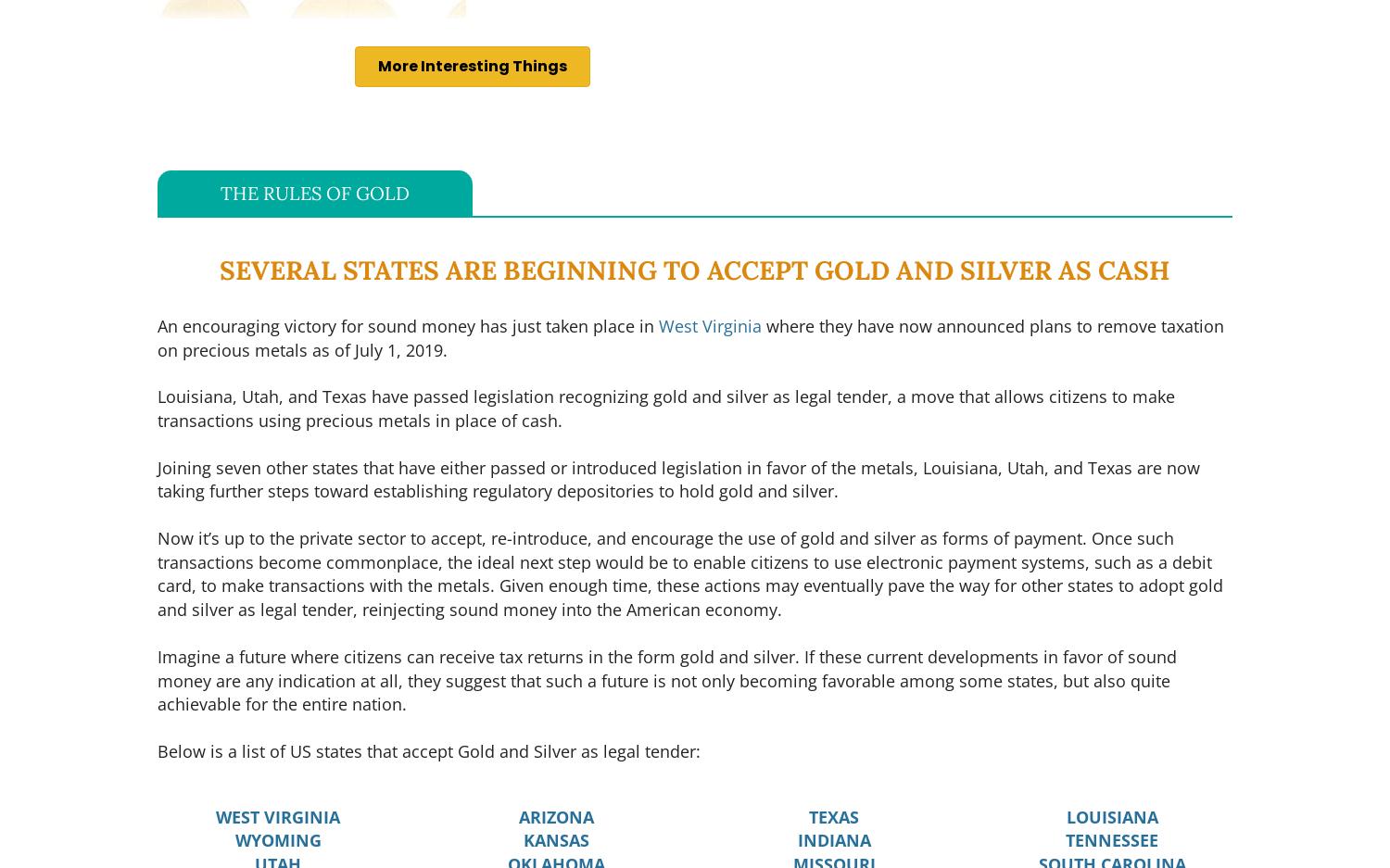 This screenshot has height=868, width=1390. What do you see at coordinates (157, 749) in the screenshot?
I see `'Below is a list of US states that accept Gold and'` at bounding box center [157, 749].